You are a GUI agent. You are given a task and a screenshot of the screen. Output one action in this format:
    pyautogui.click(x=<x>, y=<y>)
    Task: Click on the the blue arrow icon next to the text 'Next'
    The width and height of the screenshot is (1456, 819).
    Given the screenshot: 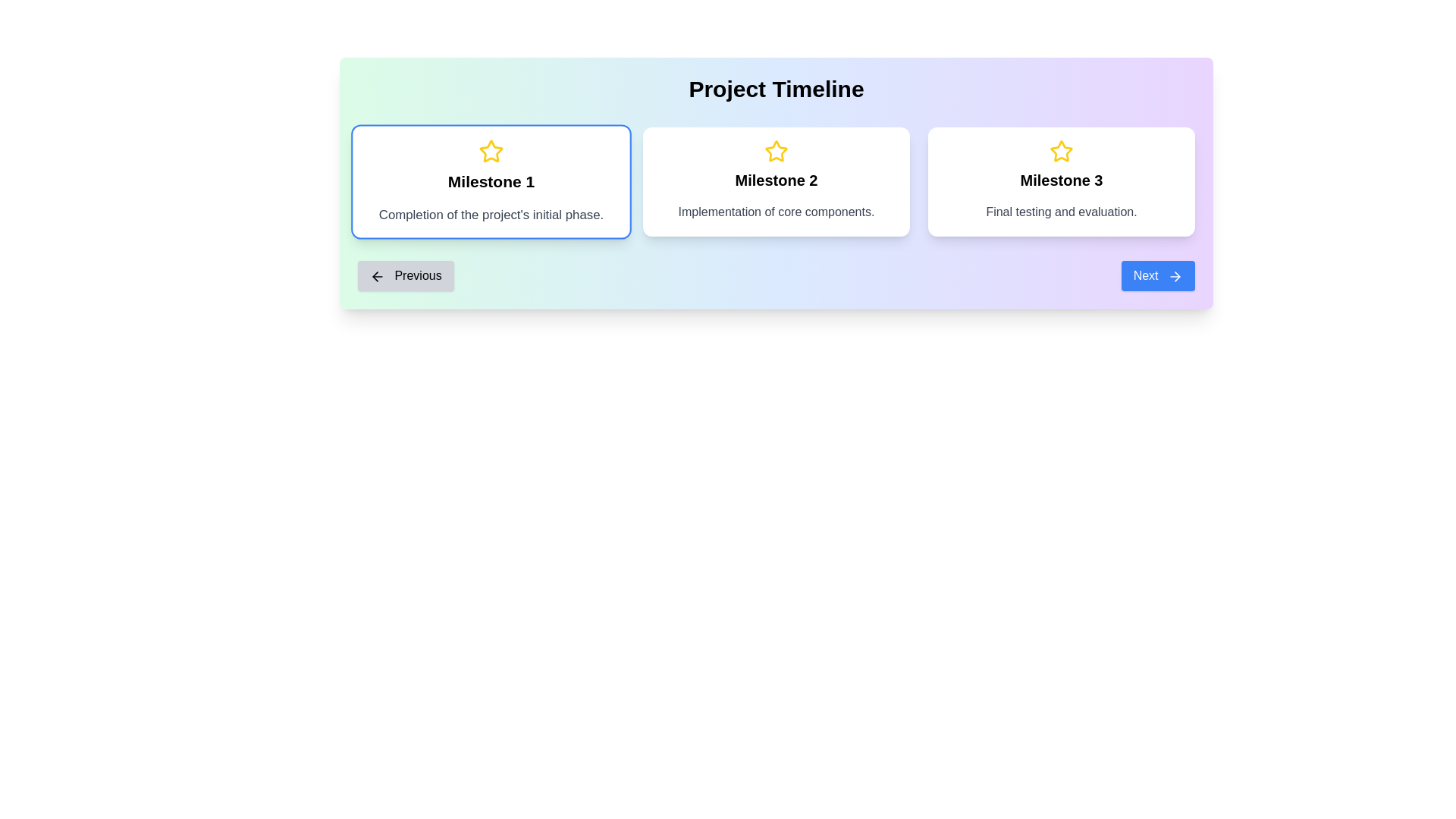 What is the action you would take?
    pyautogui.click(x=1175, y=275)
    